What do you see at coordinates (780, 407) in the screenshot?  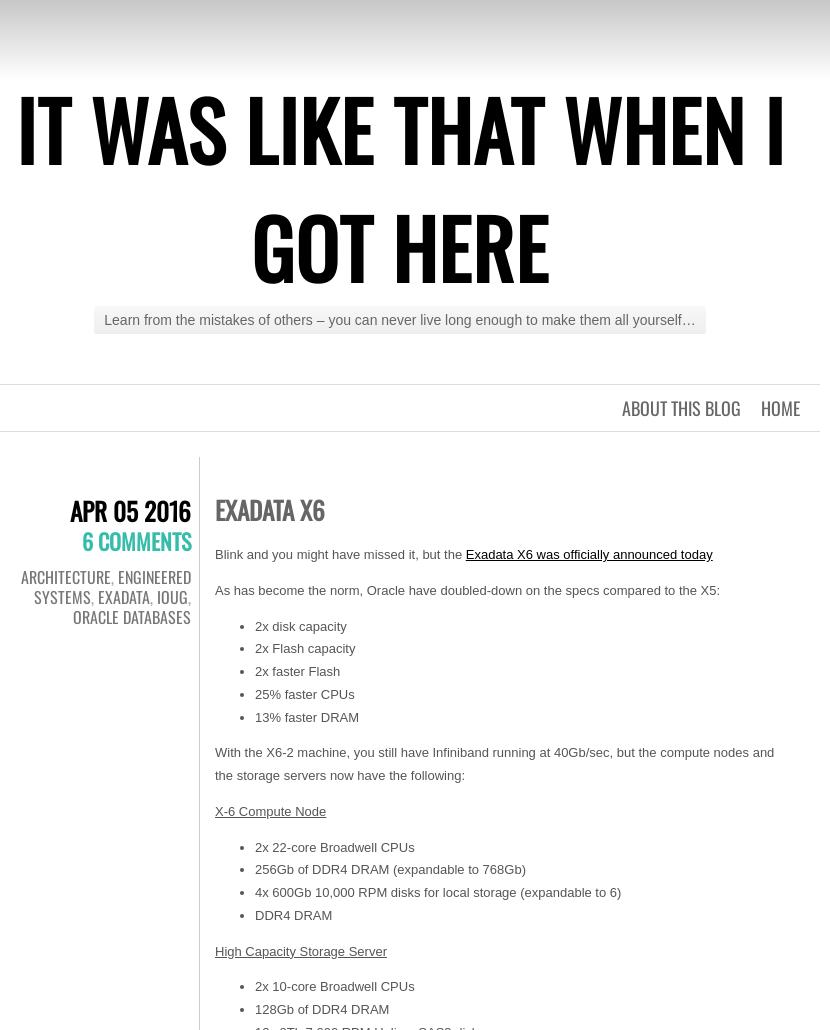 I see `'Home'` at bounding box center [780, 407].